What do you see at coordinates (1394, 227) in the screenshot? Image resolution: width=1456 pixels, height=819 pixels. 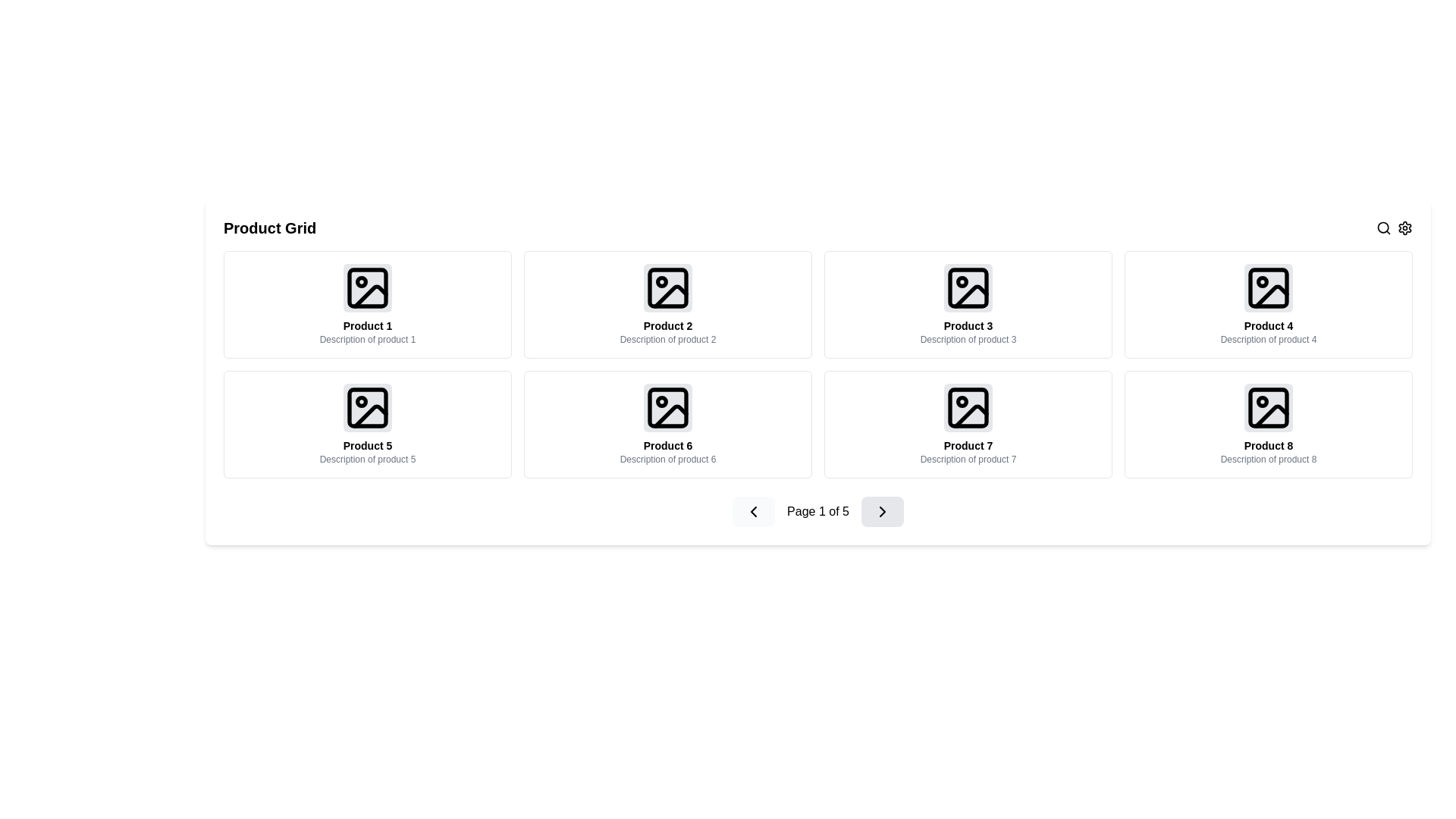 I see `the magnifying glass icon located at the far right end of the 'Product Grid' header bar to initiate a search` at bounding box center [1394, 227].